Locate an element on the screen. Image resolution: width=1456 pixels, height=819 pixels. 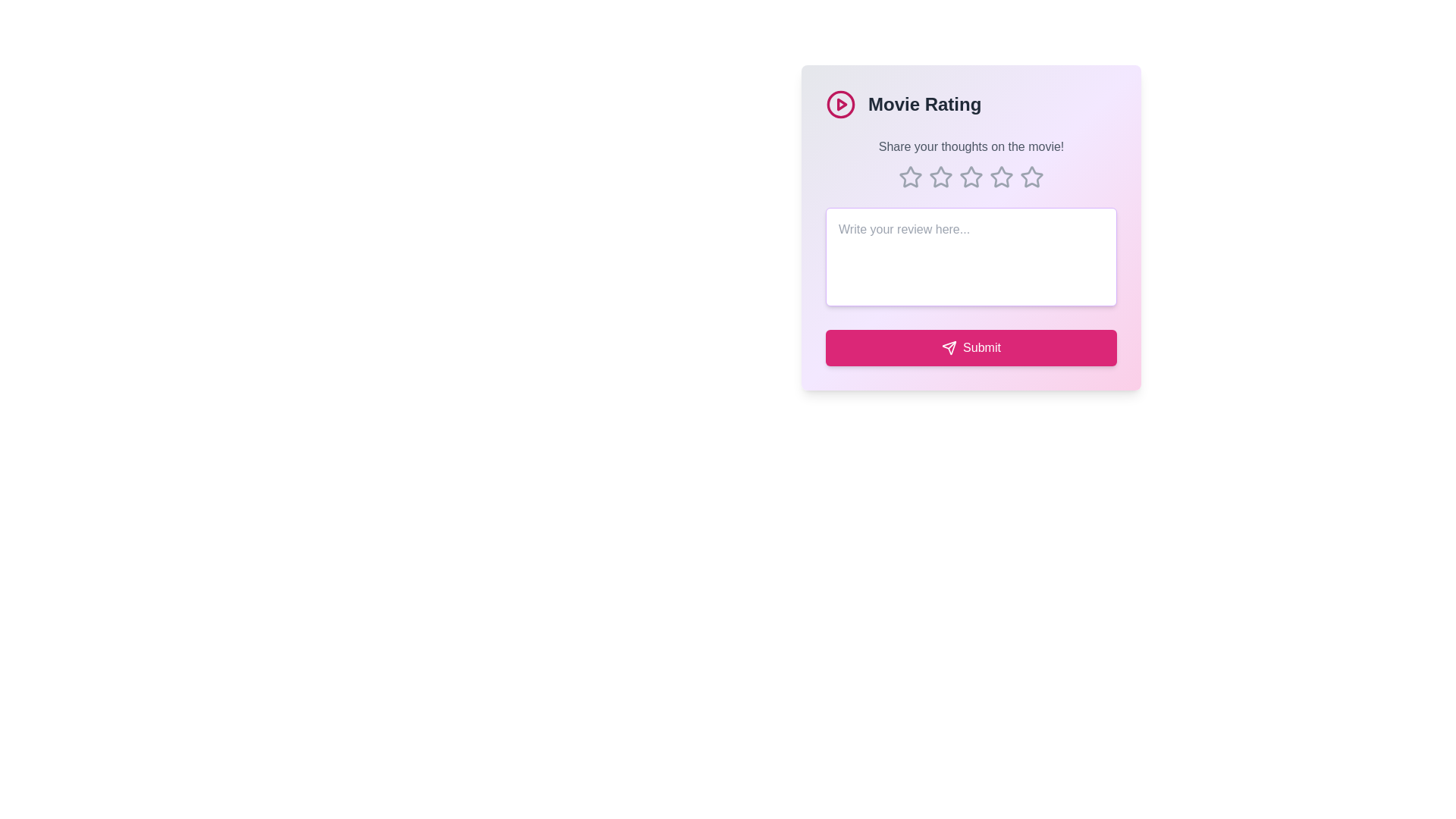
the stylized paper airplane icon located within the bright pink 'Submit' button at the bottom center of the modal interface is located at coordinates (949, 348).